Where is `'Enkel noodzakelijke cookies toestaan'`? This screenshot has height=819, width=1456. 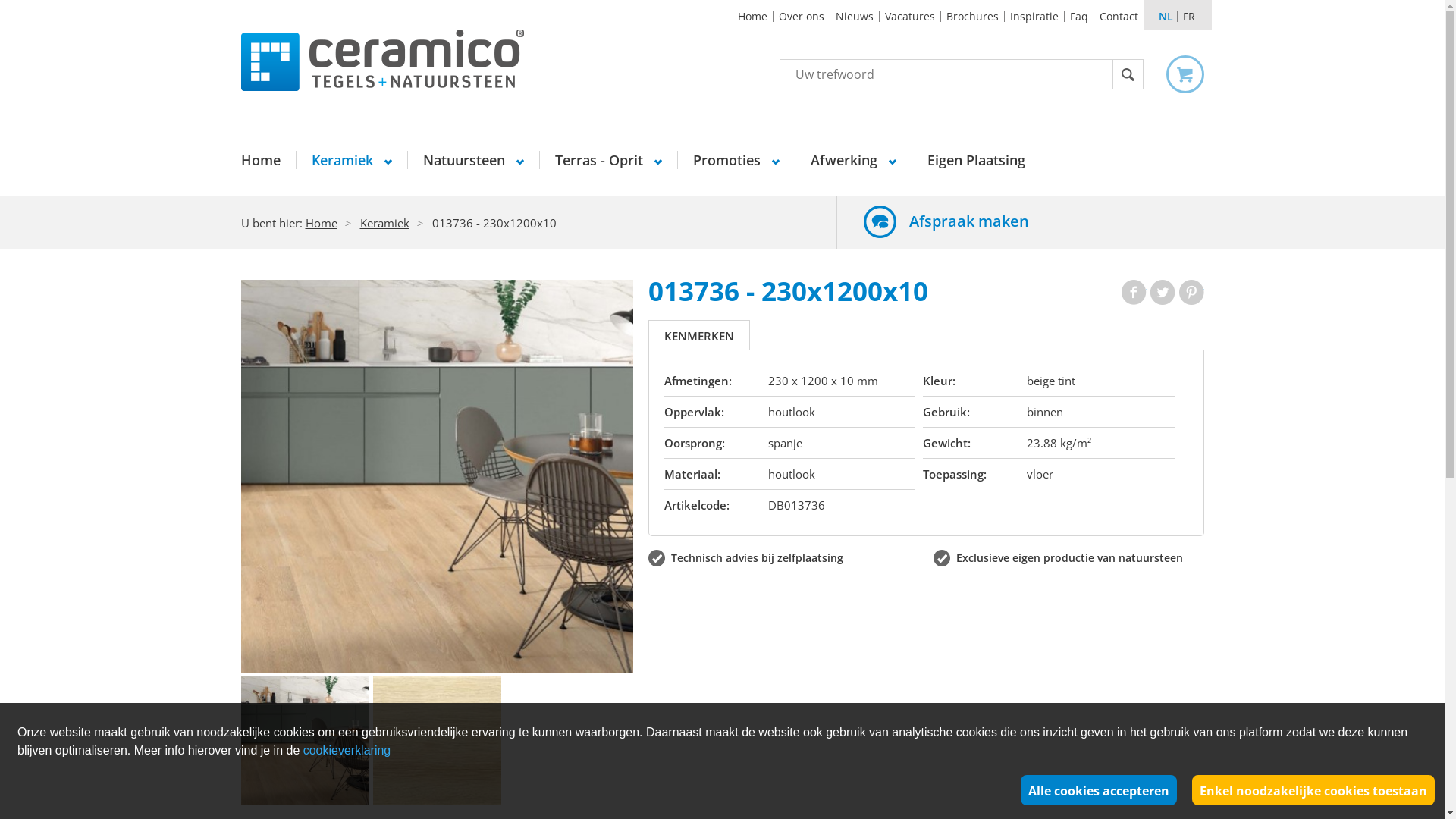
'Enkel noodzakelijke cookies toestaan' is located at coordinates (1313, 789).